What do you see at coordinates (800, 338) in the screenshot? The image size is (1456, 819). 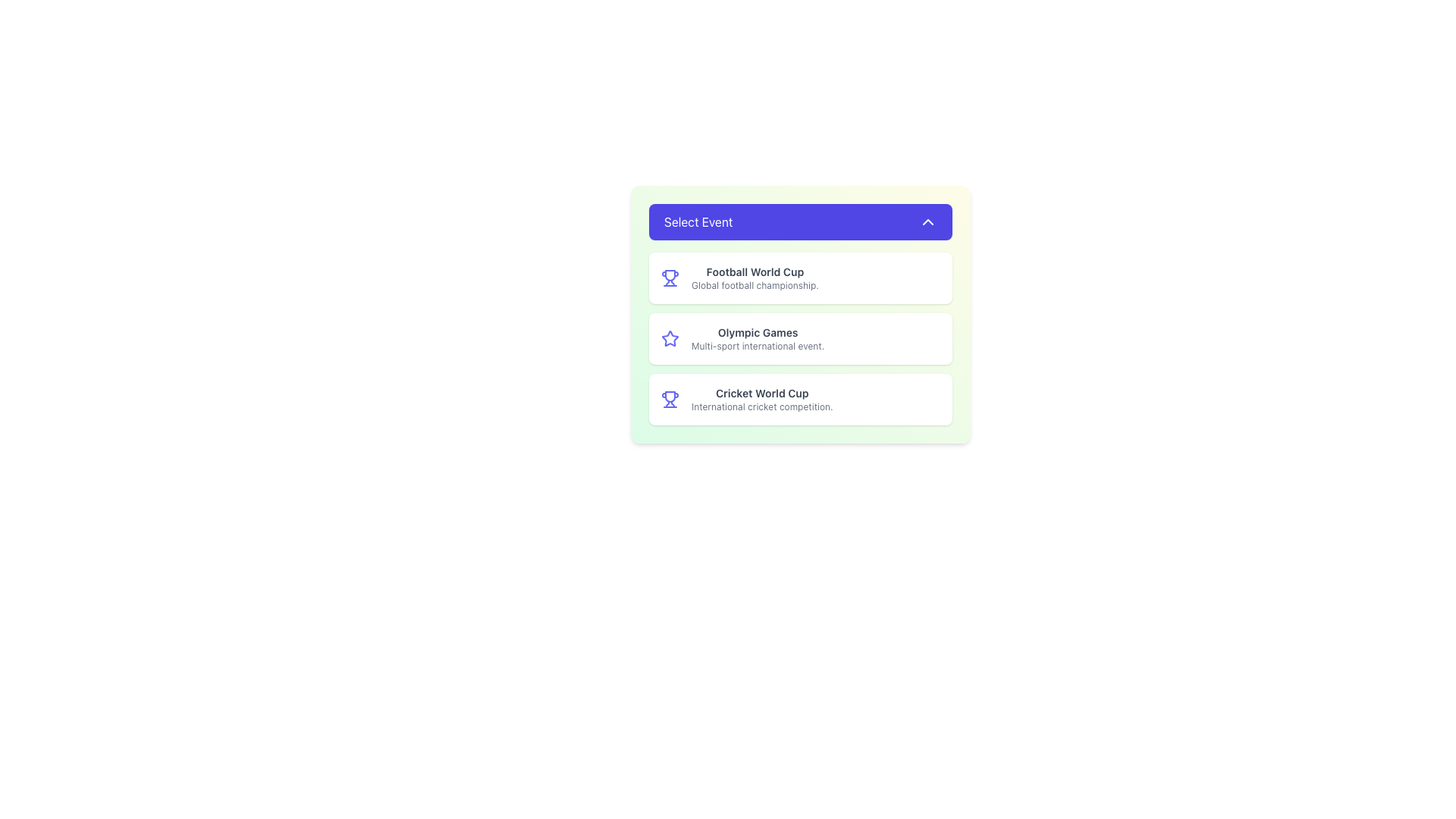 I see `the 'Olympic Games' informational card, which features bold gray text and a description below it, located as the second item in the 'Select Event' list` at bounding box center [800, 338].